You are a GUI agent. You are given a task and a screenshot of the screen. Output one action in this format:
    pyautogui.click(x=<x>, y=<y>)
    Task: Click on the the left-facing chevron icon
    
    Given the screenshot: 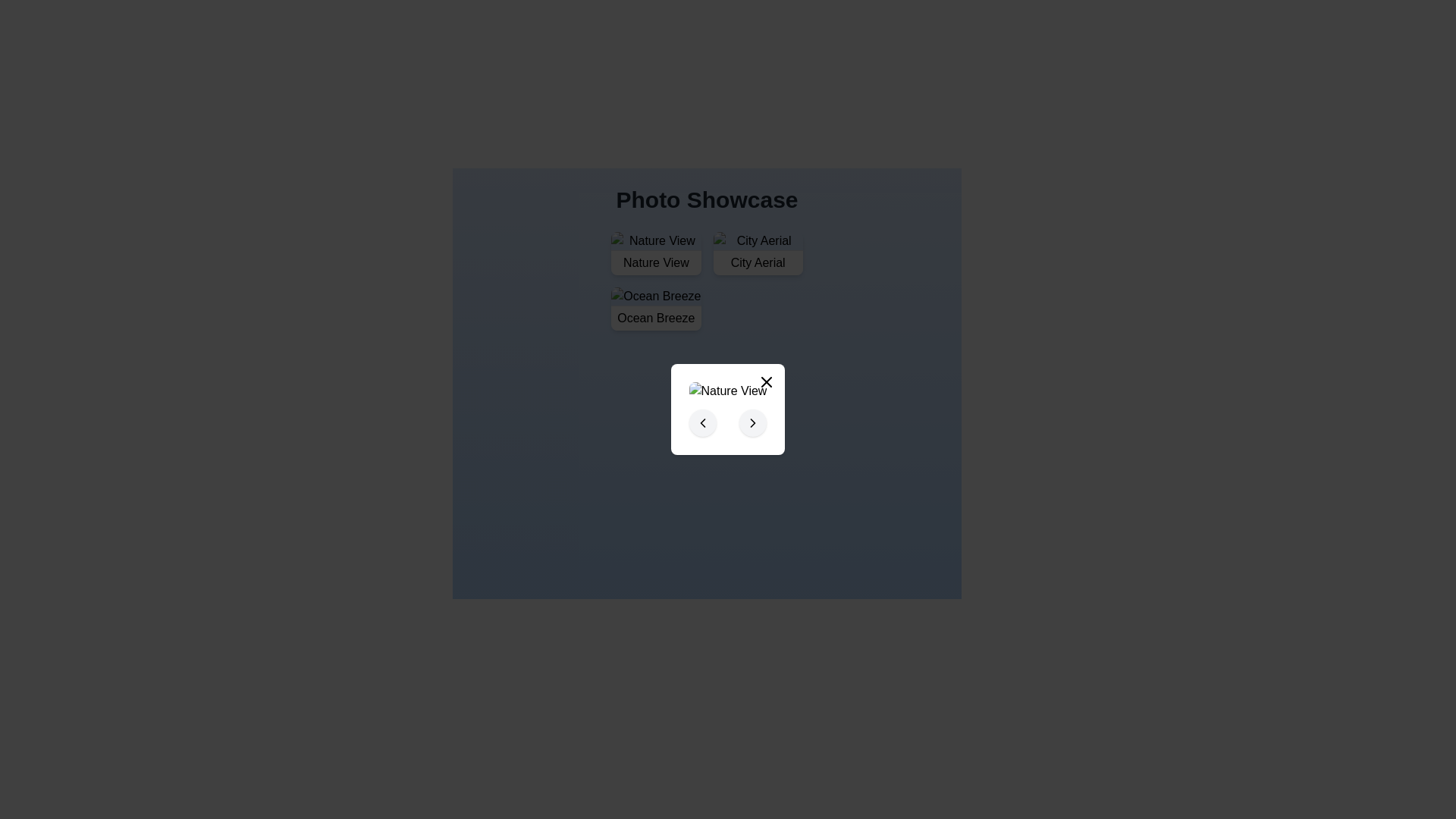 What is the action you would take?
    pyautogui.click(x=701, y=423)
    